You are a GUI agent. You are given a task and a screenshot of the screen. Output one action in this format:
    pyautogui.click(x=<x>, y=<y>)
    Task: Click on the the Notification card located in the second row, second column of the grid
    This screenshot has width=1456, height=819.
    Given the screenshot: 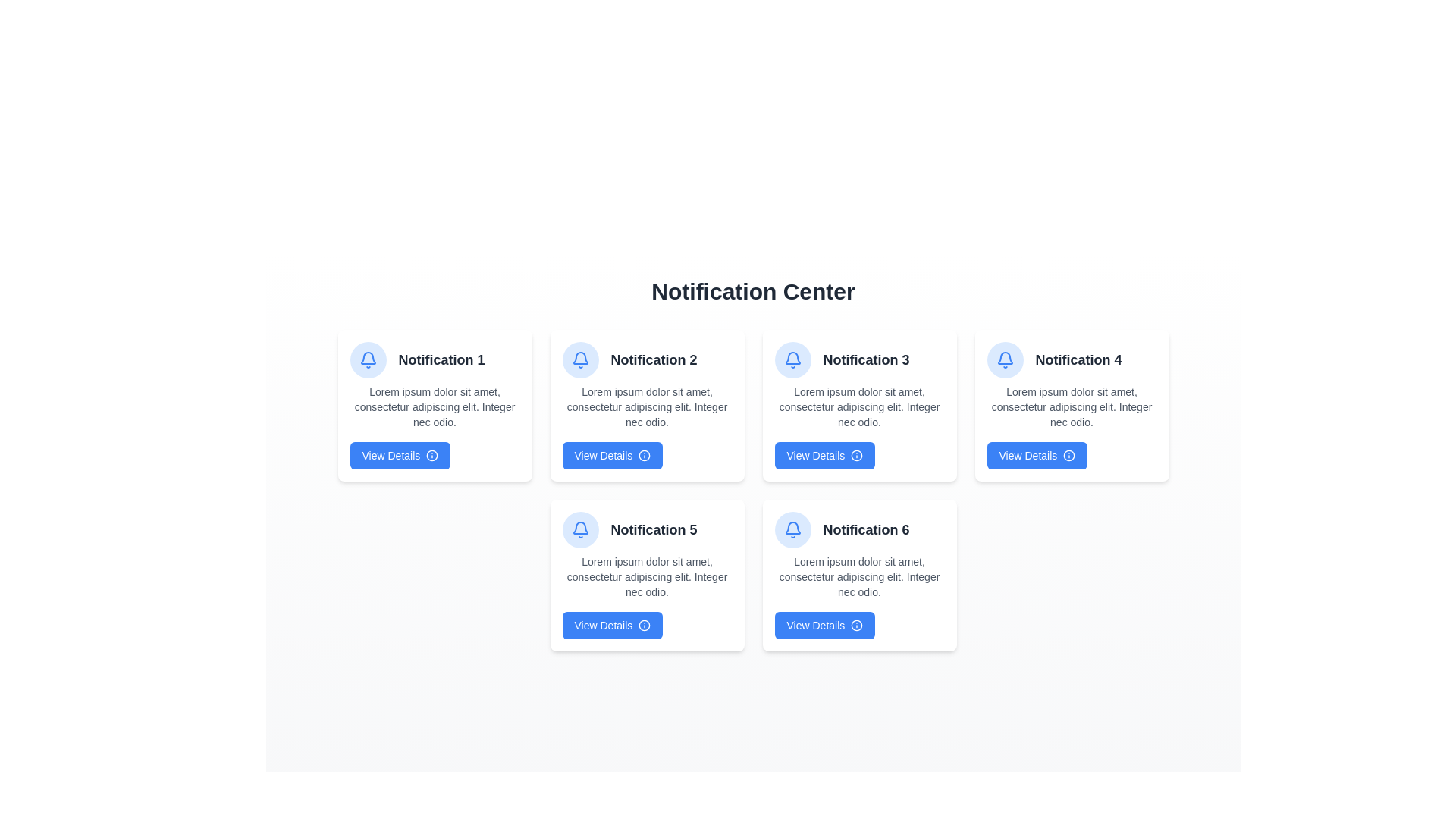 What is the action you would take?
    pyautogui.click(x=859, y=576)
    